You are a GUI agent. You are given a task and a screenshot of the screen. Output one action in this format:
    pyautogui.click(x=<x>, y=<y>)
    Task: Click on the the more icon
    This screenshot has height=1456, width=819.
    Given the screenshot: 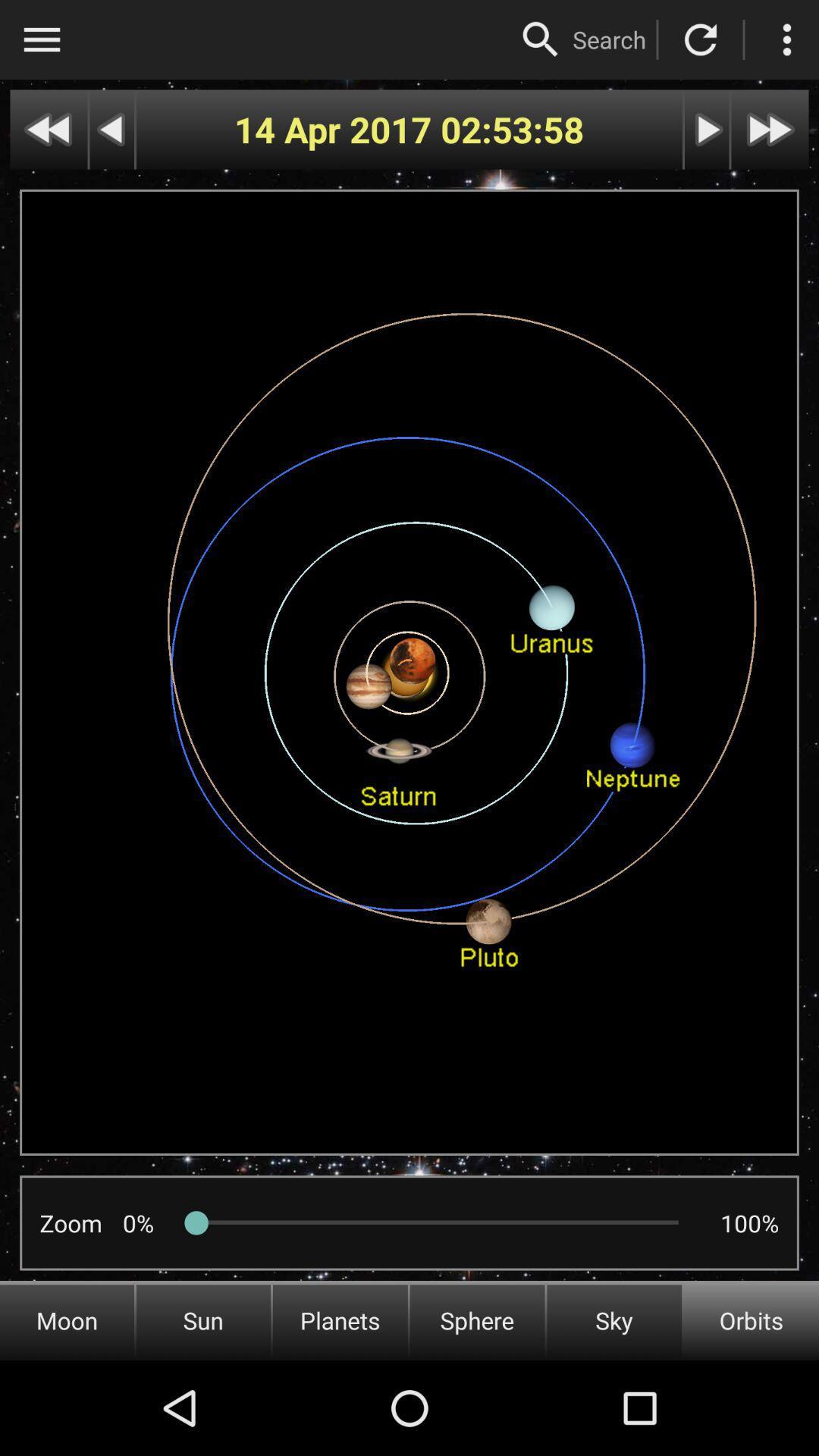 What is the action you would take?
    pyautogui.click(x=786, y=39)
    